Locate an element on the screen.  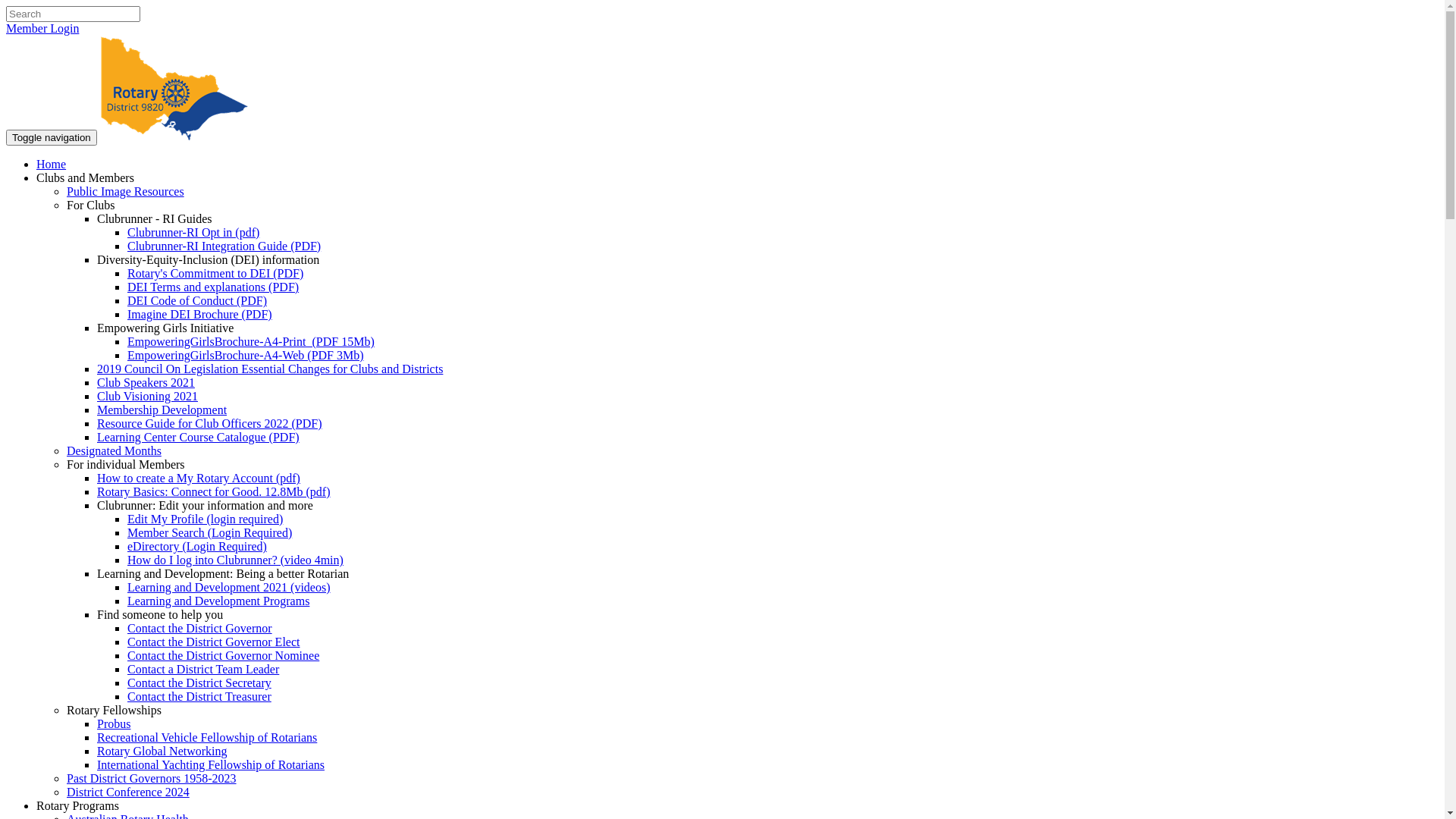
'Contact the District Treasurer' is located at coordinates (199, 696).